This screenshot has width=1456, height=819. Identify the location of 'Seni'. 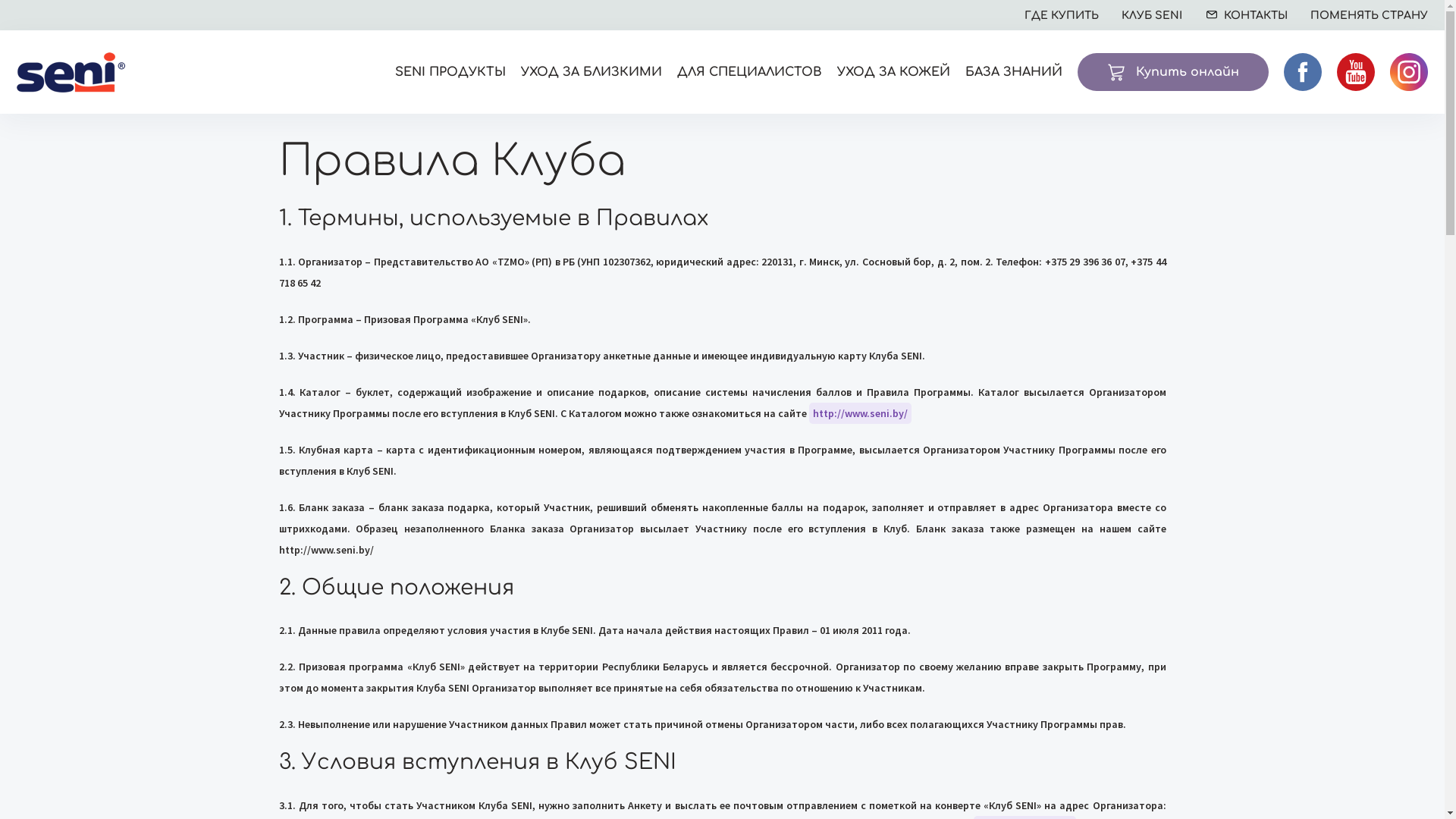
(70, 71).